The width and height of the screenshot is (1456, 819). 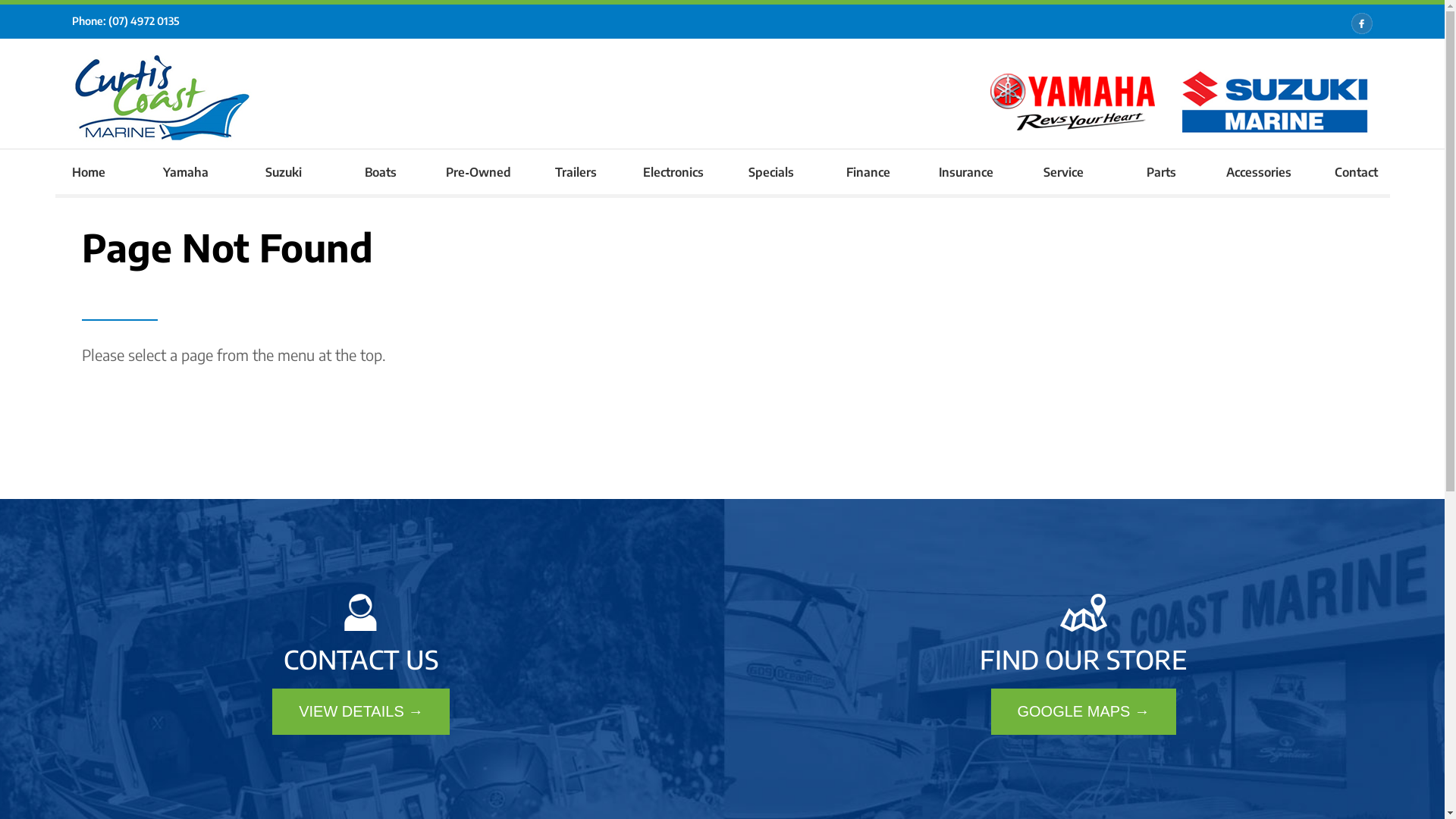 What do you see at coordinates (1356, 171) in the screenshot?
I see `'Contact'` at bounding box center [1356, 171].